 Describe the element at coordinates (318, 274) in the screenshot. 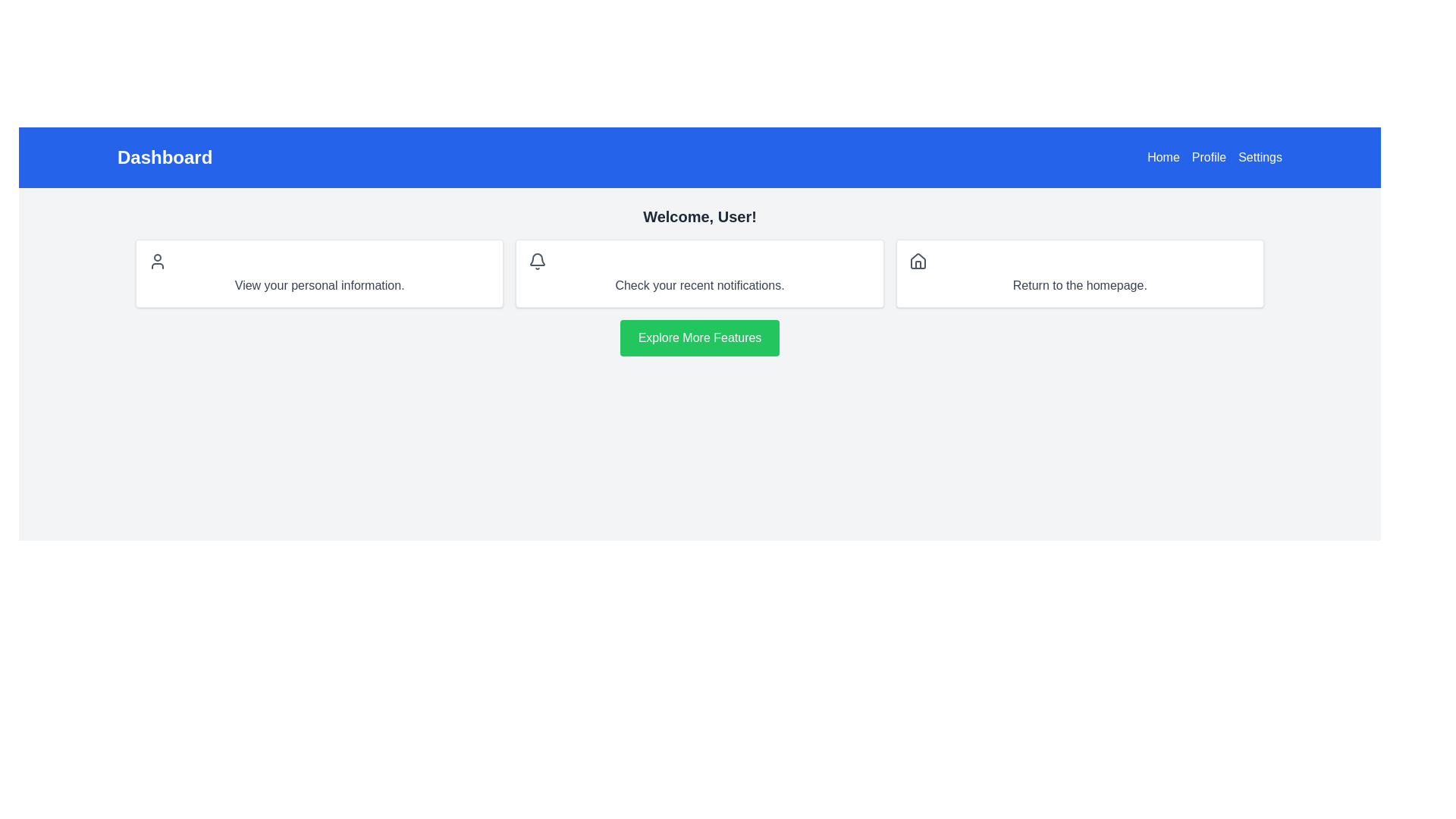

I see `the icon in the first Card component located near the top-center of the interface, directly below the blue header bar` at that location.